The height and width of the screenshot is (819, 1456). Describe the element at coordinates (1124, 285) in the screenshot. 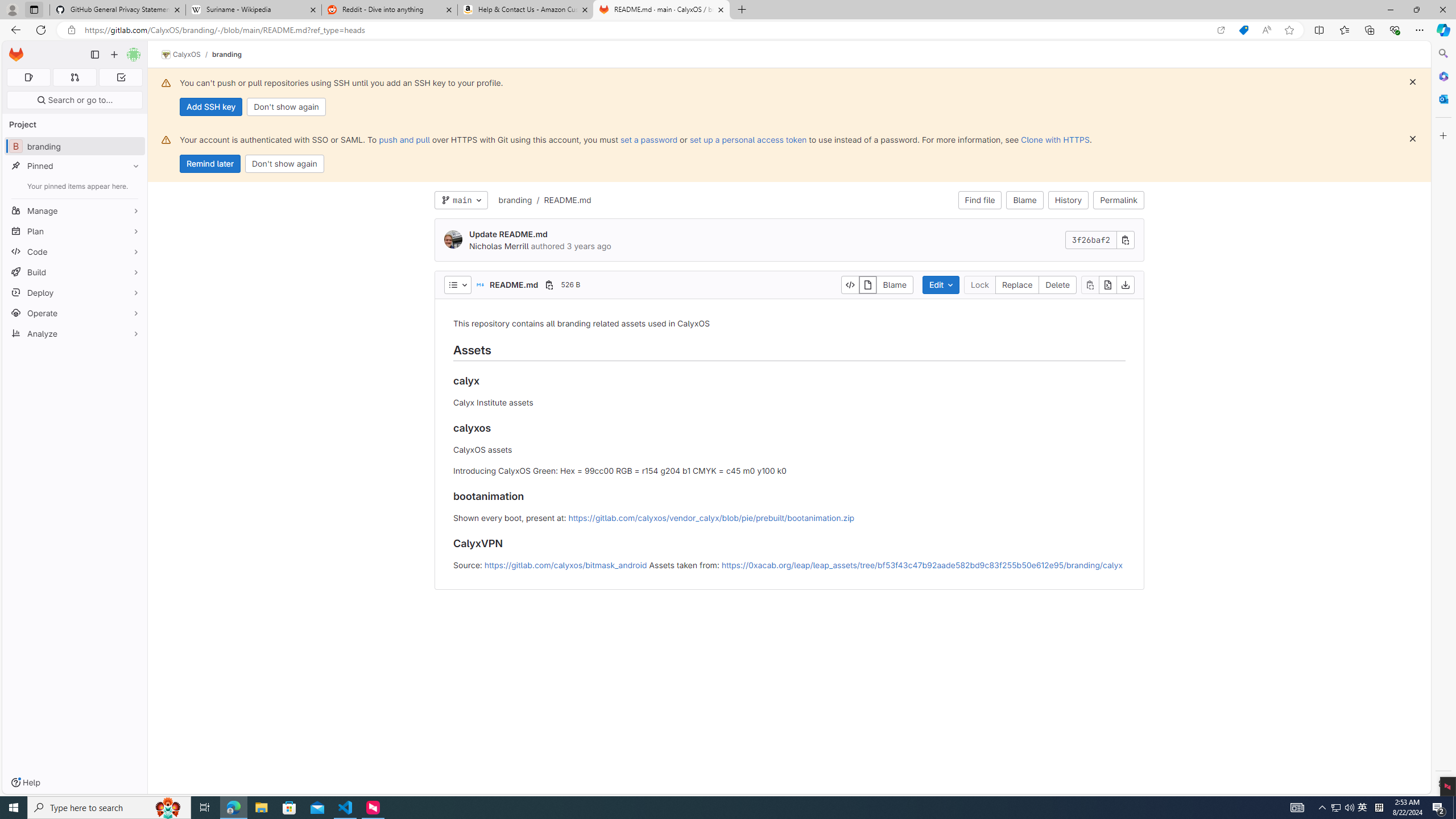

I see `'Download'` at that location.